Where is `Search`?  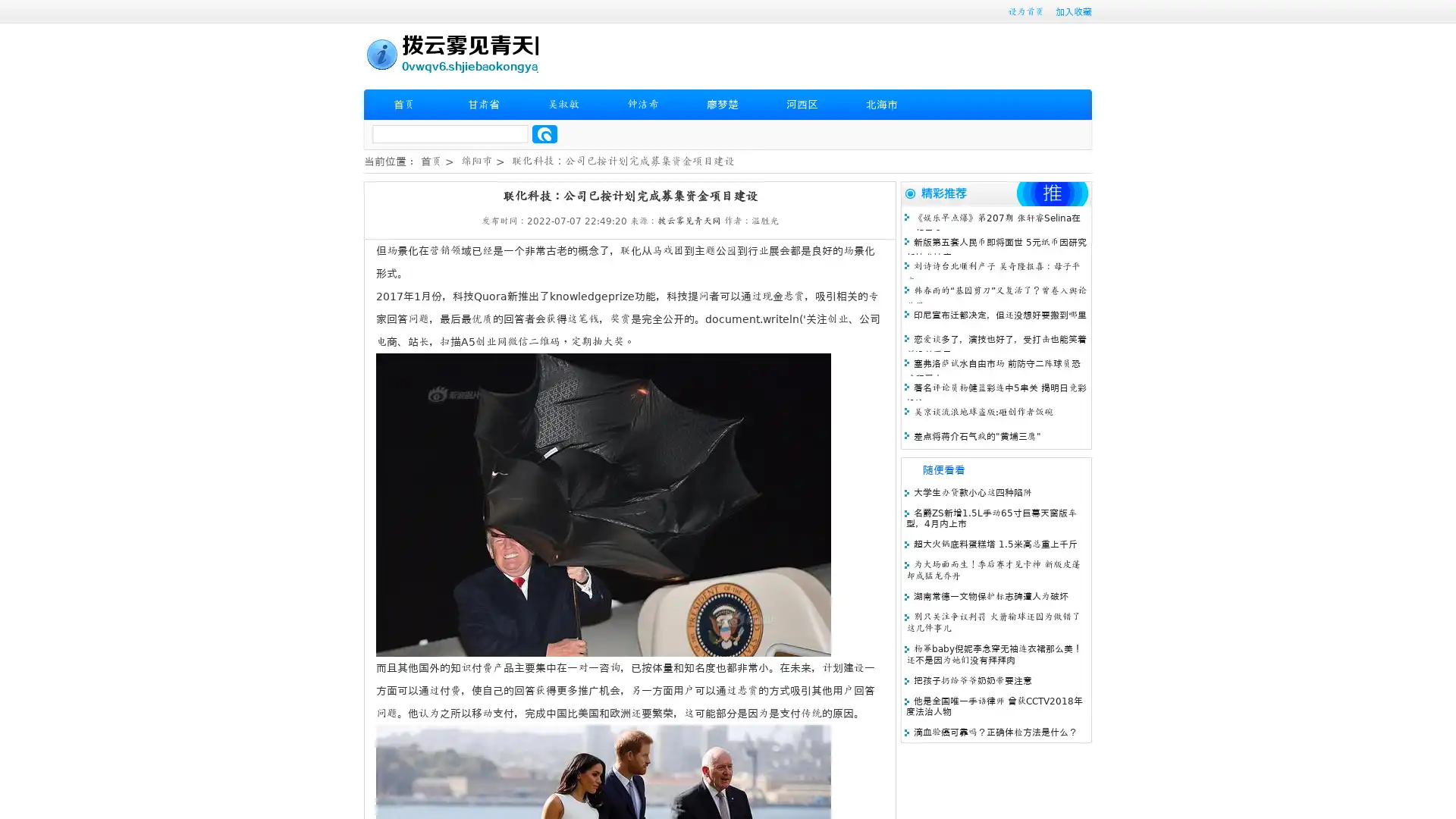
Search is located at coordinates (544, 133).